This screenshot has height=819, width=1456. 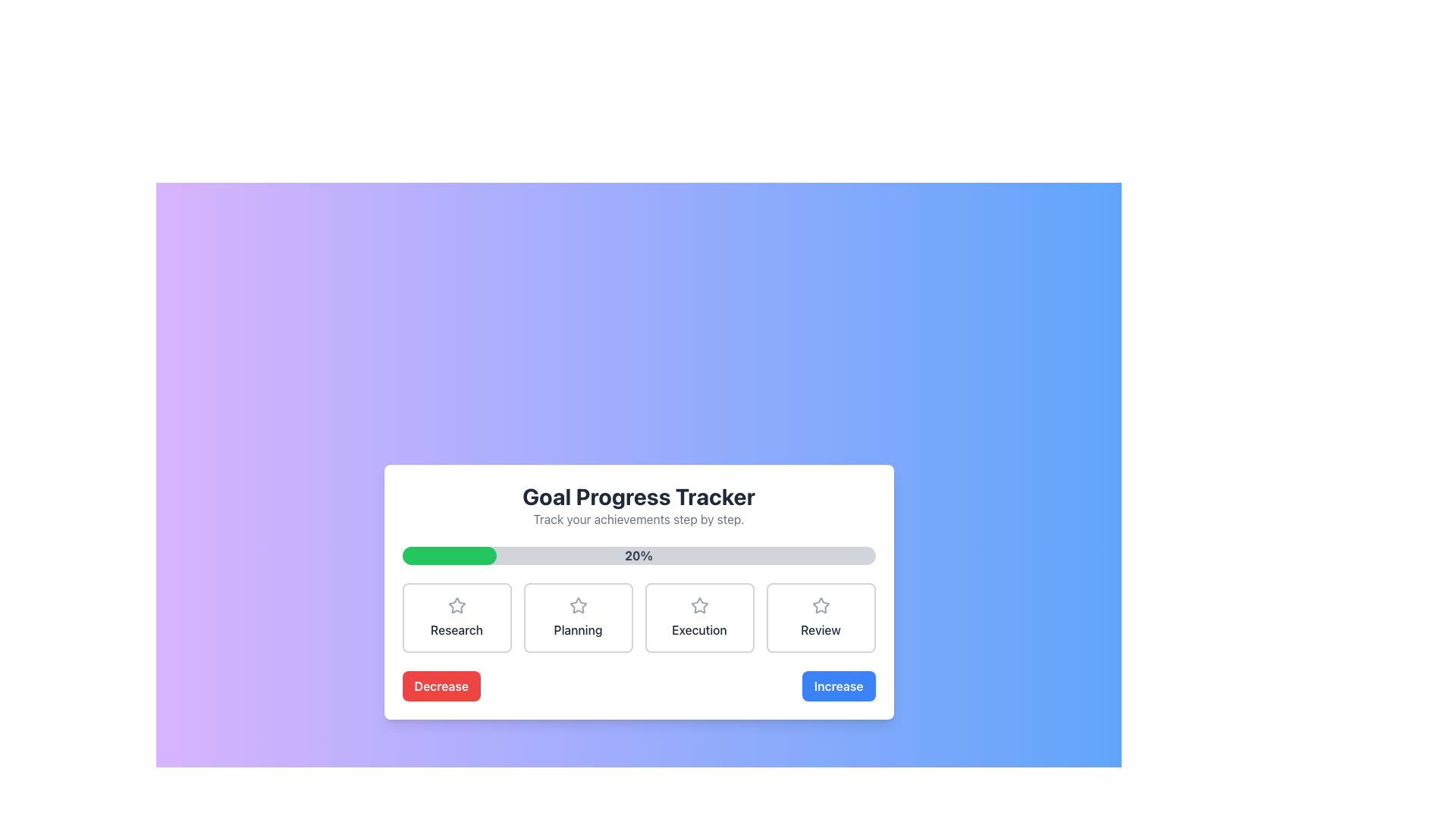 What do you see at coordinates (639, 555) in the screenshot?
I see `the Progress bar, which is a rectangular element with a gray background and a green filled area indicating 20% progress, located within the 'Goal Progress Tracker' card` at bounding box center [639, 555].